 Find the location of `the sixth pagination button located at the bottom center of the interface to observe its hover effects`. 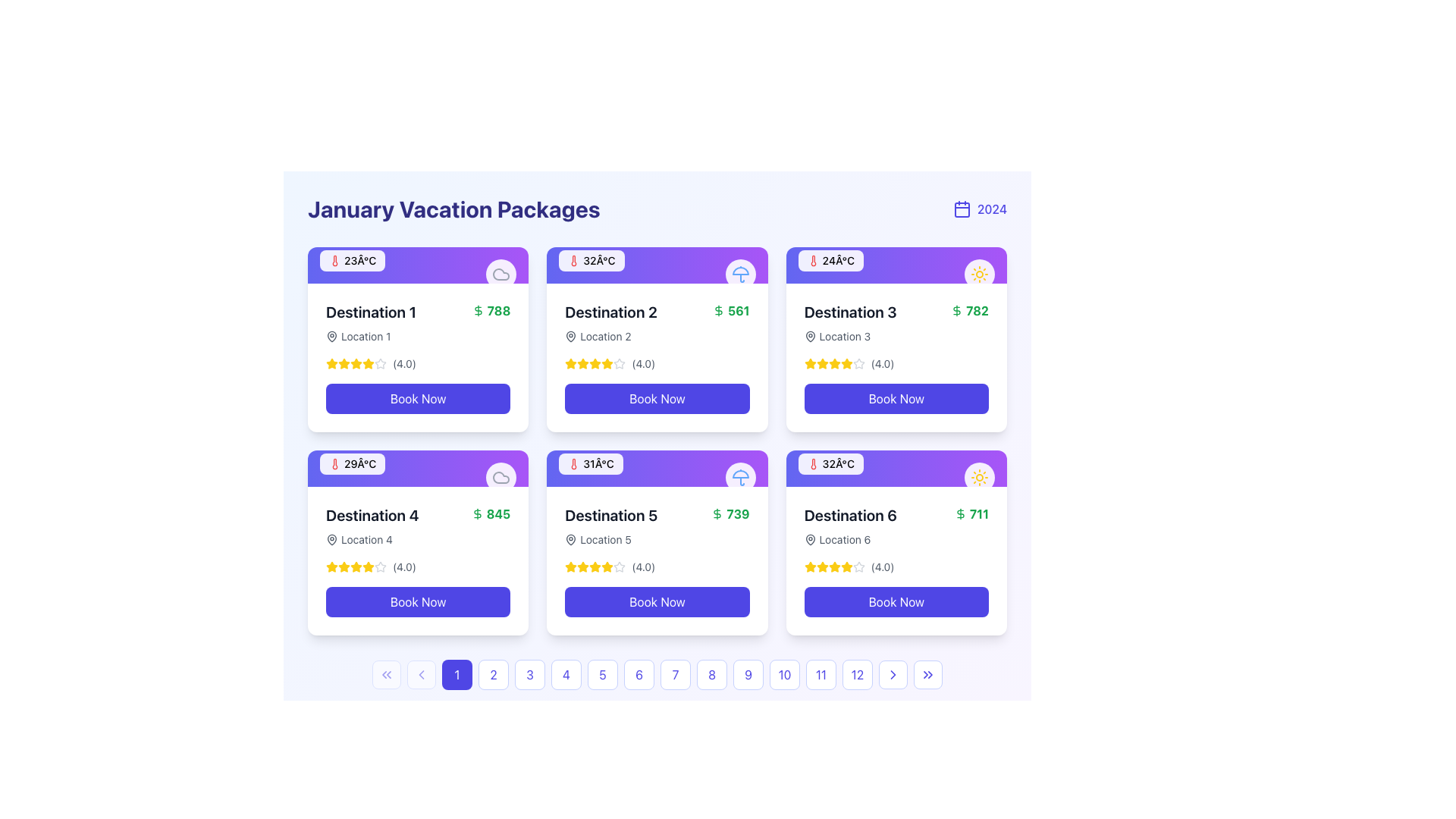

the sixth pagination button located at the bottom center of the interface to observe its hover effects is located at coordinates (639, 674).